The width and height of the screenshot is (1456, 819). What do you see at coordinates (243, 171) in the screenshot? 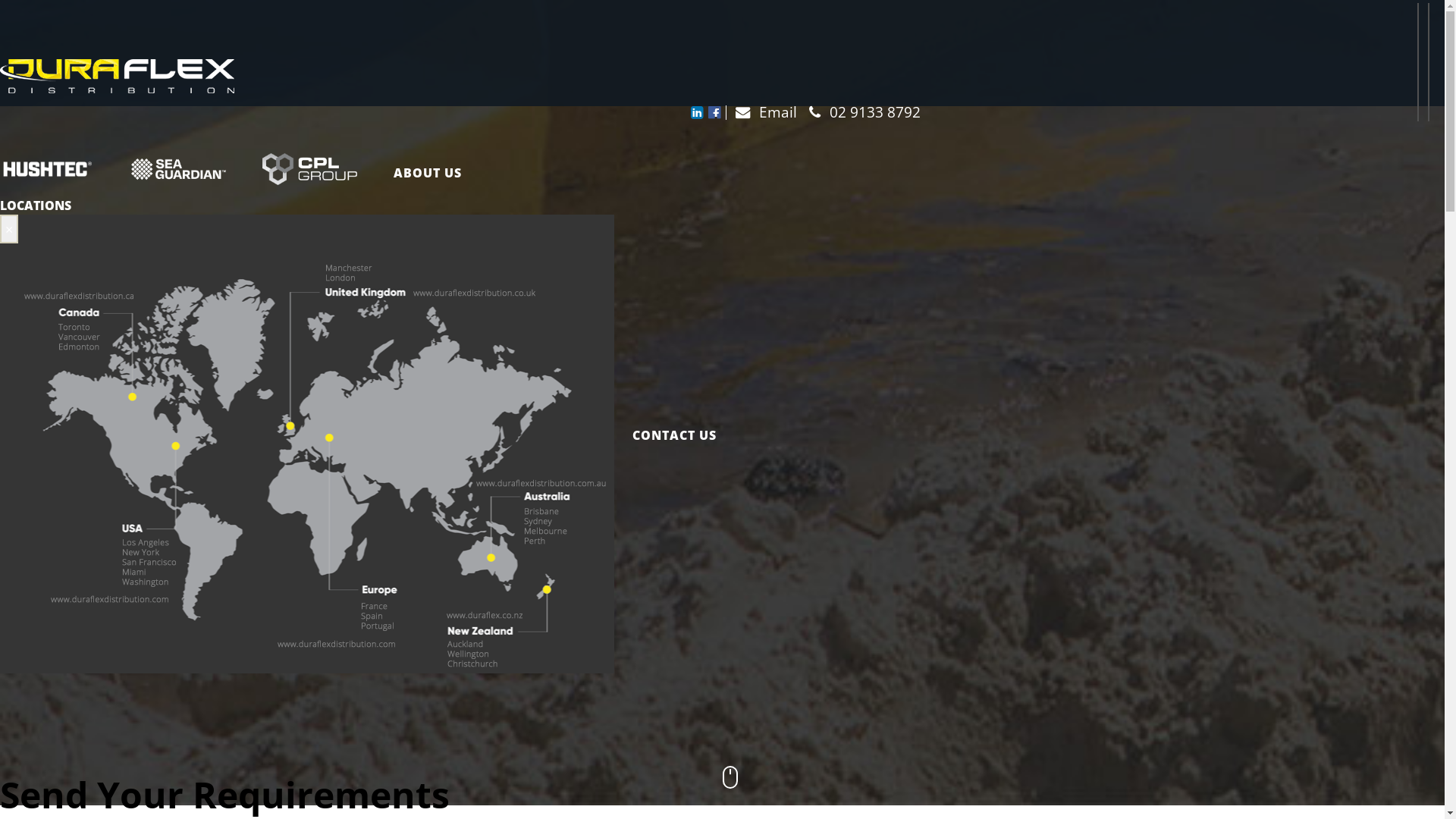
I see `'SMARTEC SOLUTIONS AU'` at bounding box center [243, 171].